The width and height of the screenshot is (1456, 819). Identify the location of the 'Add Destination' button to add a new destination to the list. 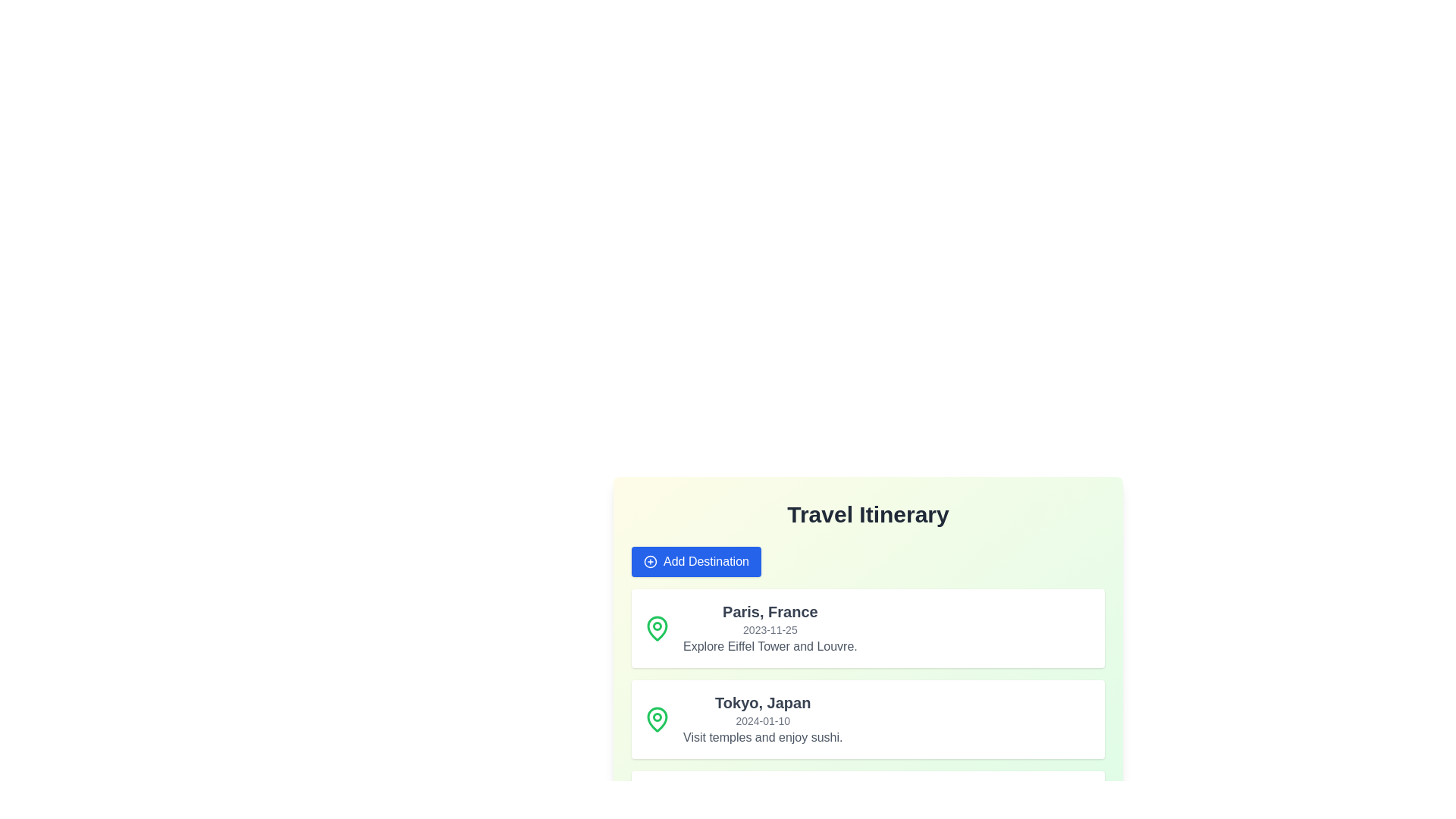
(695, 561).